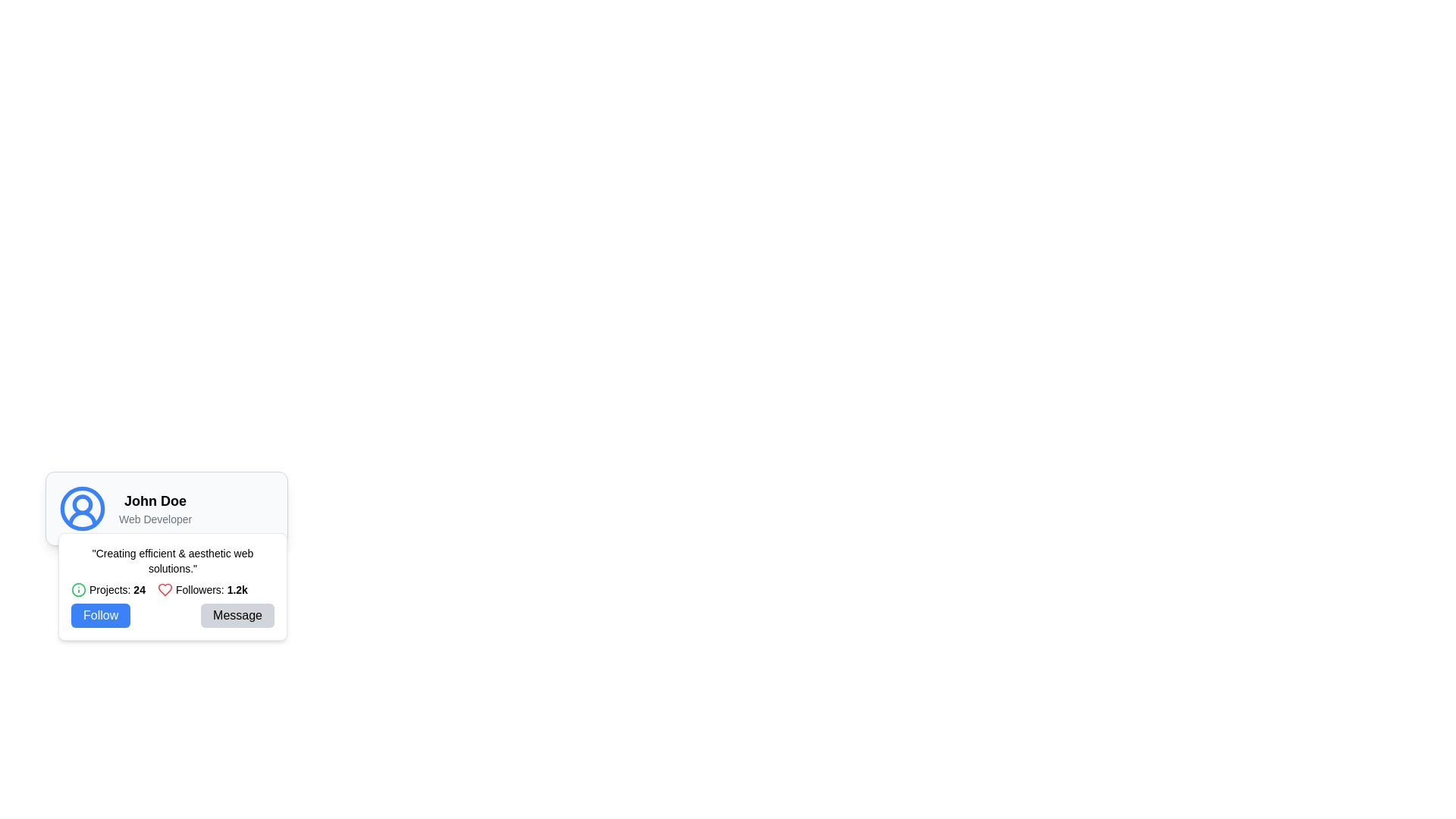 The image size is (1456, 819). Describe the element at coordinates (172, 586) in the screenshot. I see `the content of the Text Display Box that displays statistics about Projects and Followers, located in the lower section of the user profile card` at that location.